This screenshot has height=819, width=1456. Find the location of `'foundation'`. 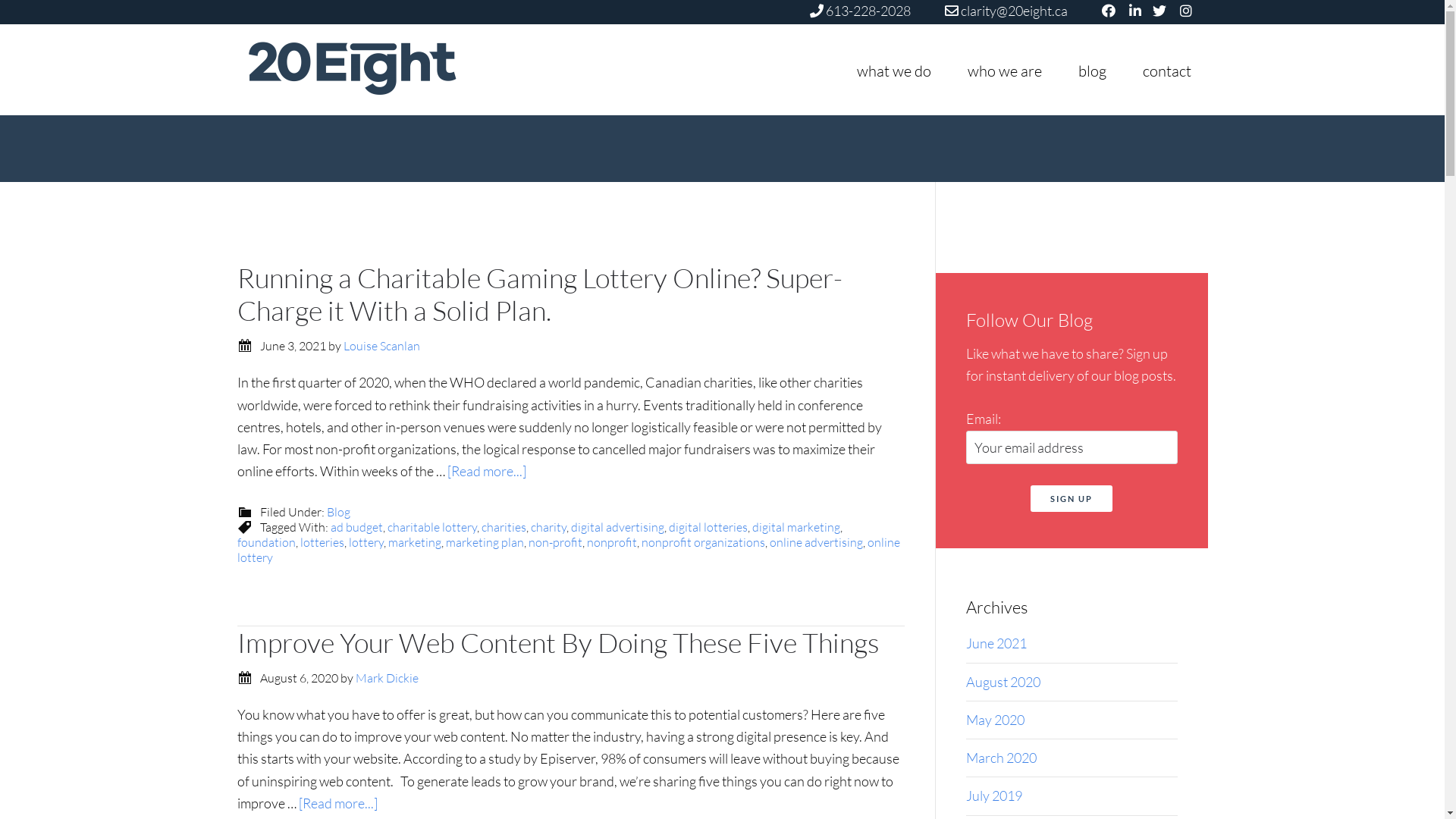

'foundation' is located at coordinates (236, 541).